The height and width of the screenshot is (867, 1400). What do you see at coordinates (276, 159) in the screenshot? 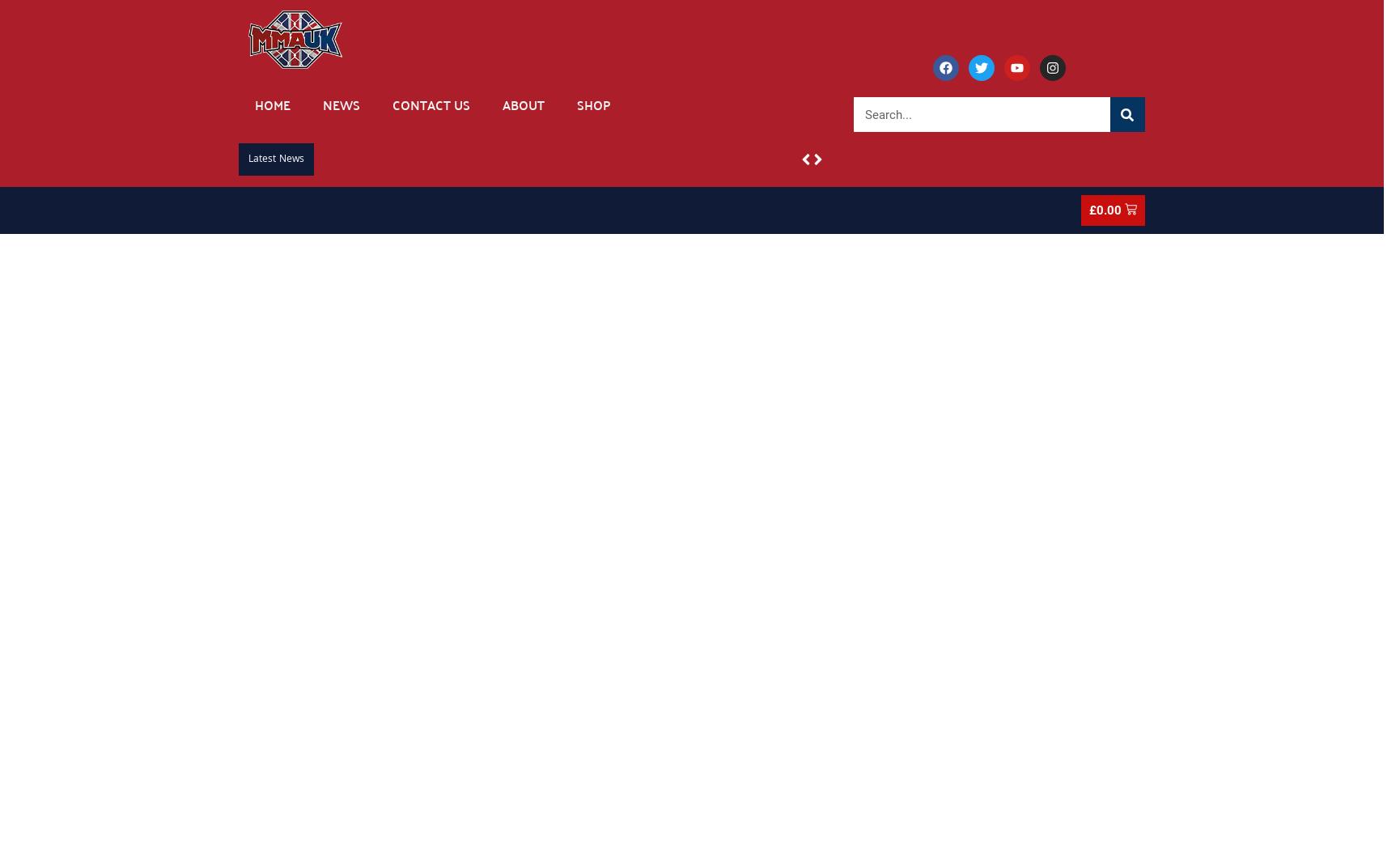
I see `'Latest News'` at bounding box center [276, 159].